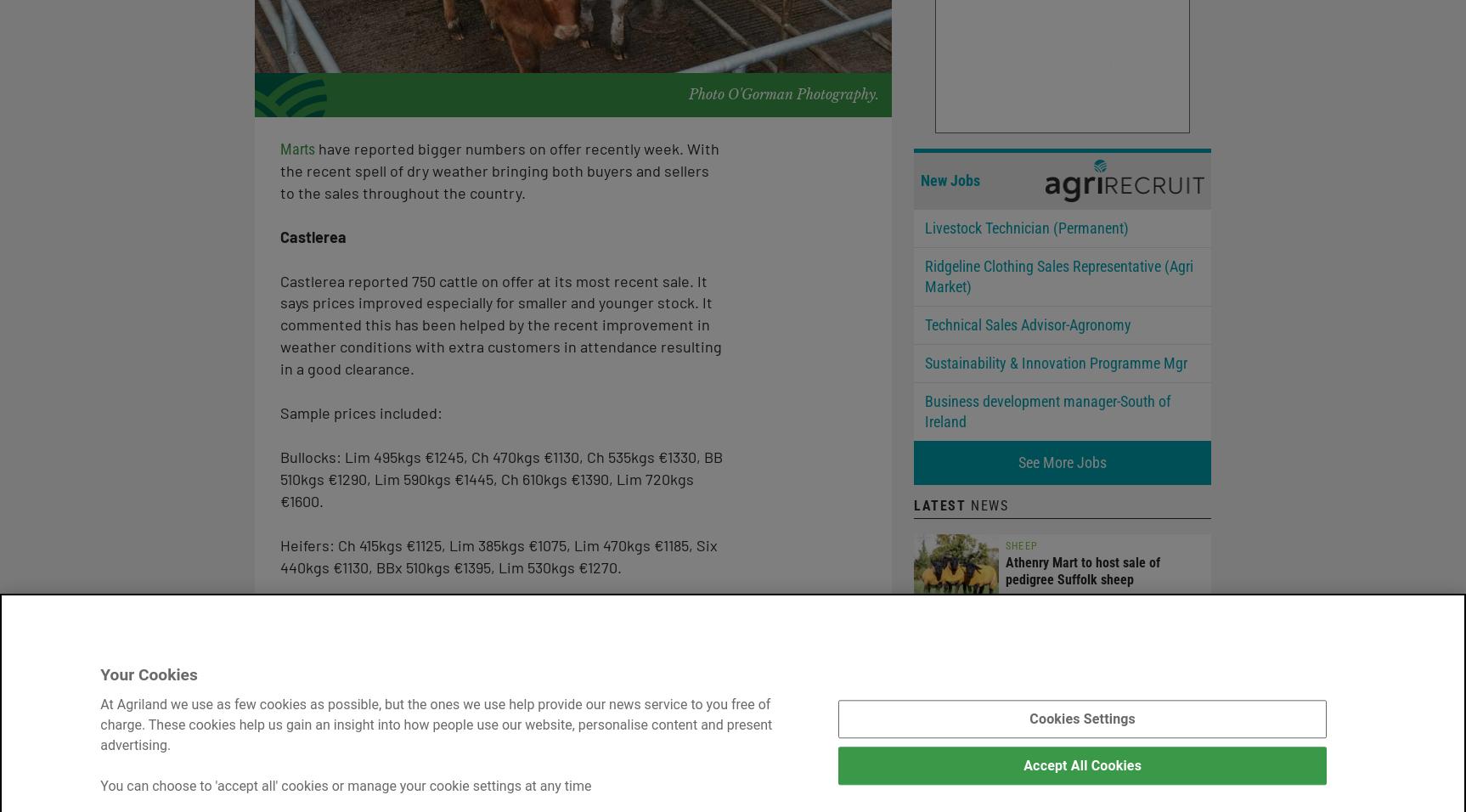 Image resolution: width=1466 pixels, height=812 pixels. Describe the element at coordinates (499, 169) in the screenshot. I see `'have reported bigger numbers on offer recently week. With the recent spell of dry weather bringing both buyers and sellers to the sales throughout the country.'` at that location.